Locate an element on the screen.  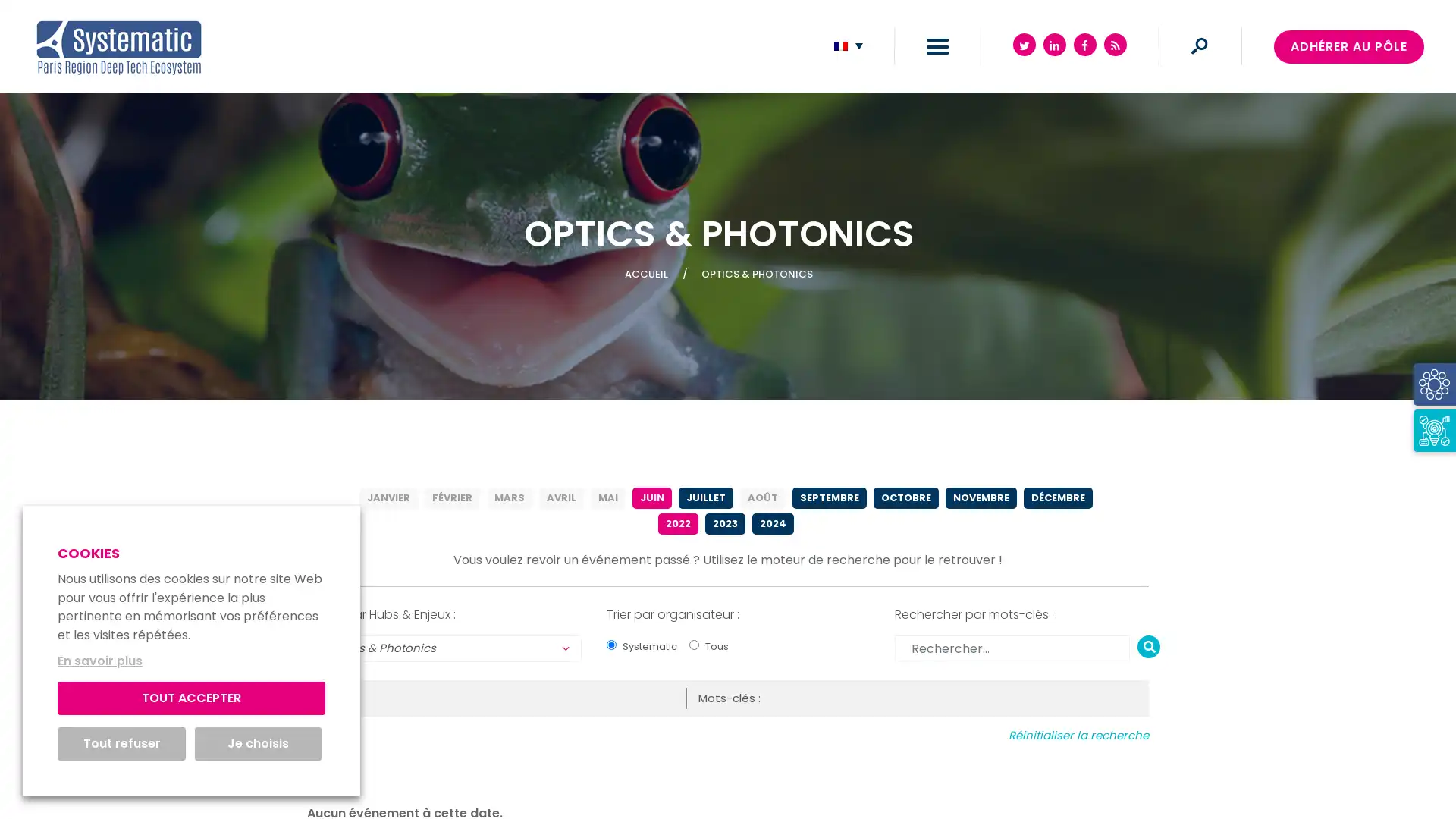
Tout refuser is located at coordinates (121, 742).